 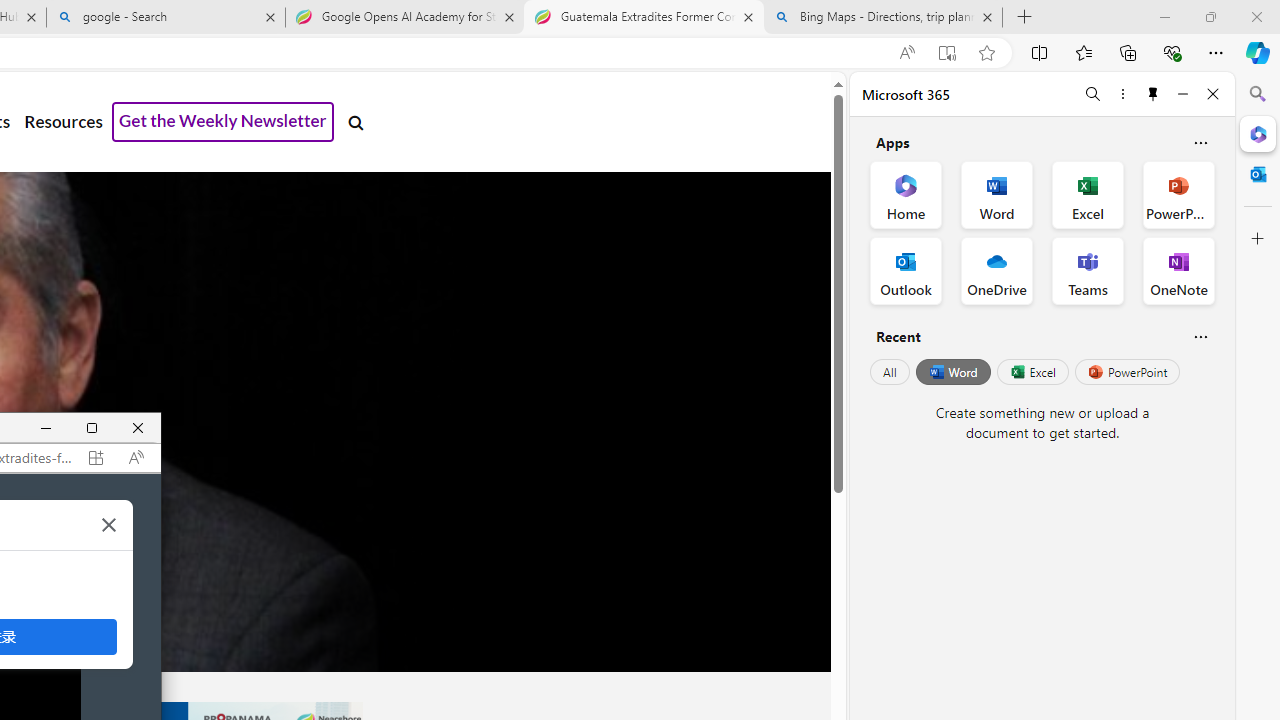 I want to click on 'PowerPoint', so click(x=1127, y=372).